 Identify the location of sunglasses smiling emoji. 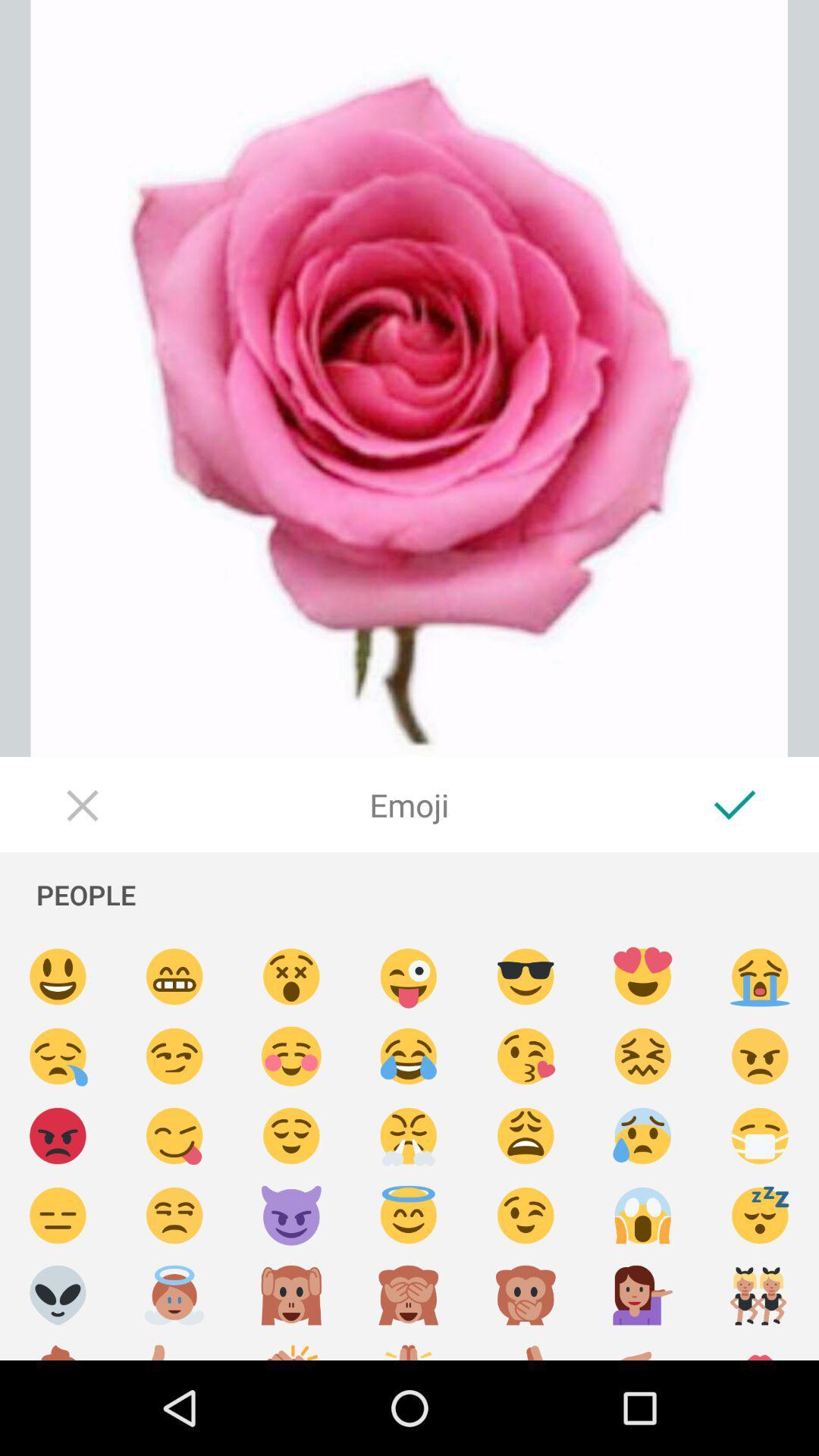
(525, 977).